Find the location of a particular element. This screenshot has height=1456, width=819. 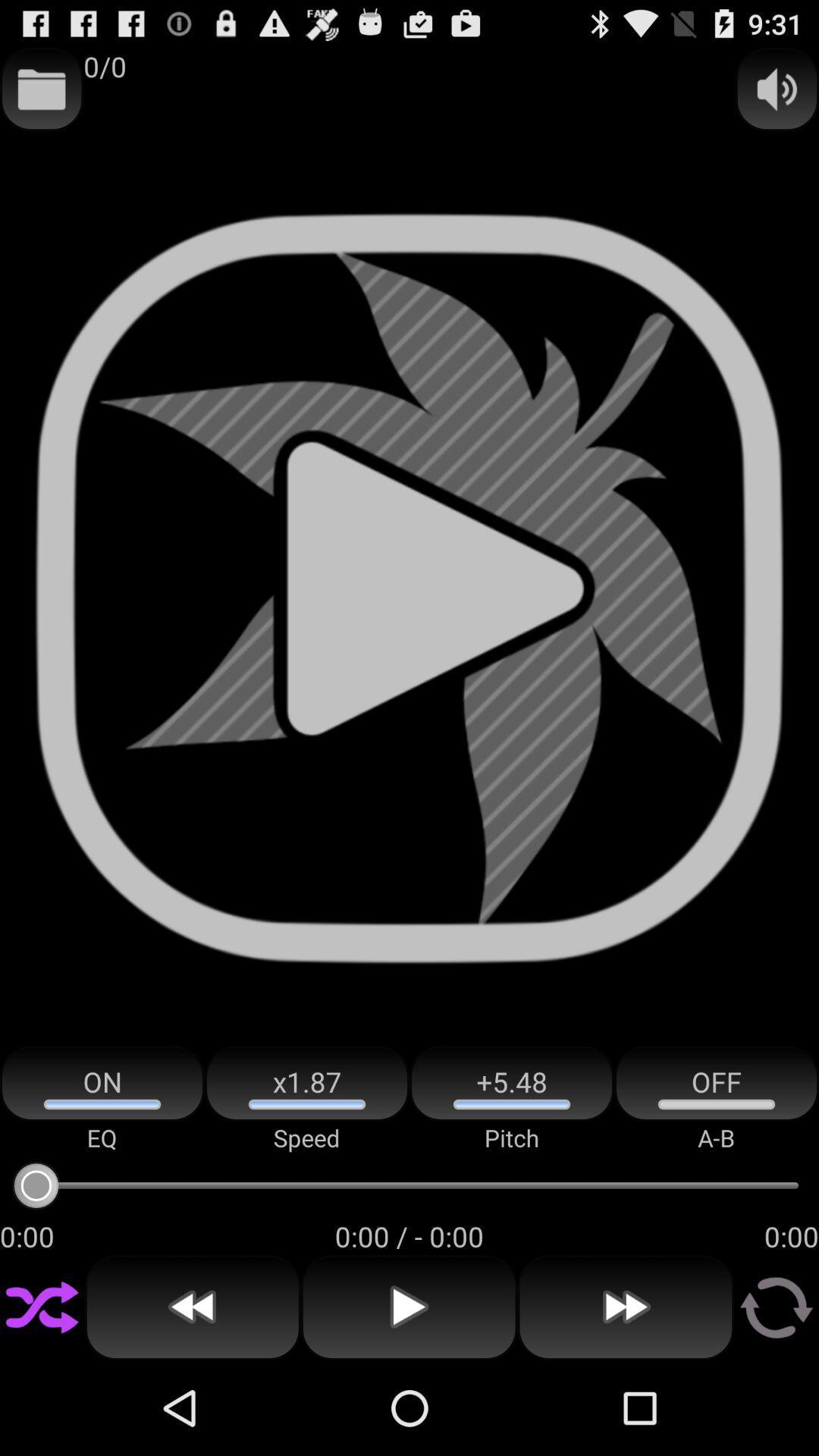

item to the left of 0/0 icon is located at coordinates (41, 89).